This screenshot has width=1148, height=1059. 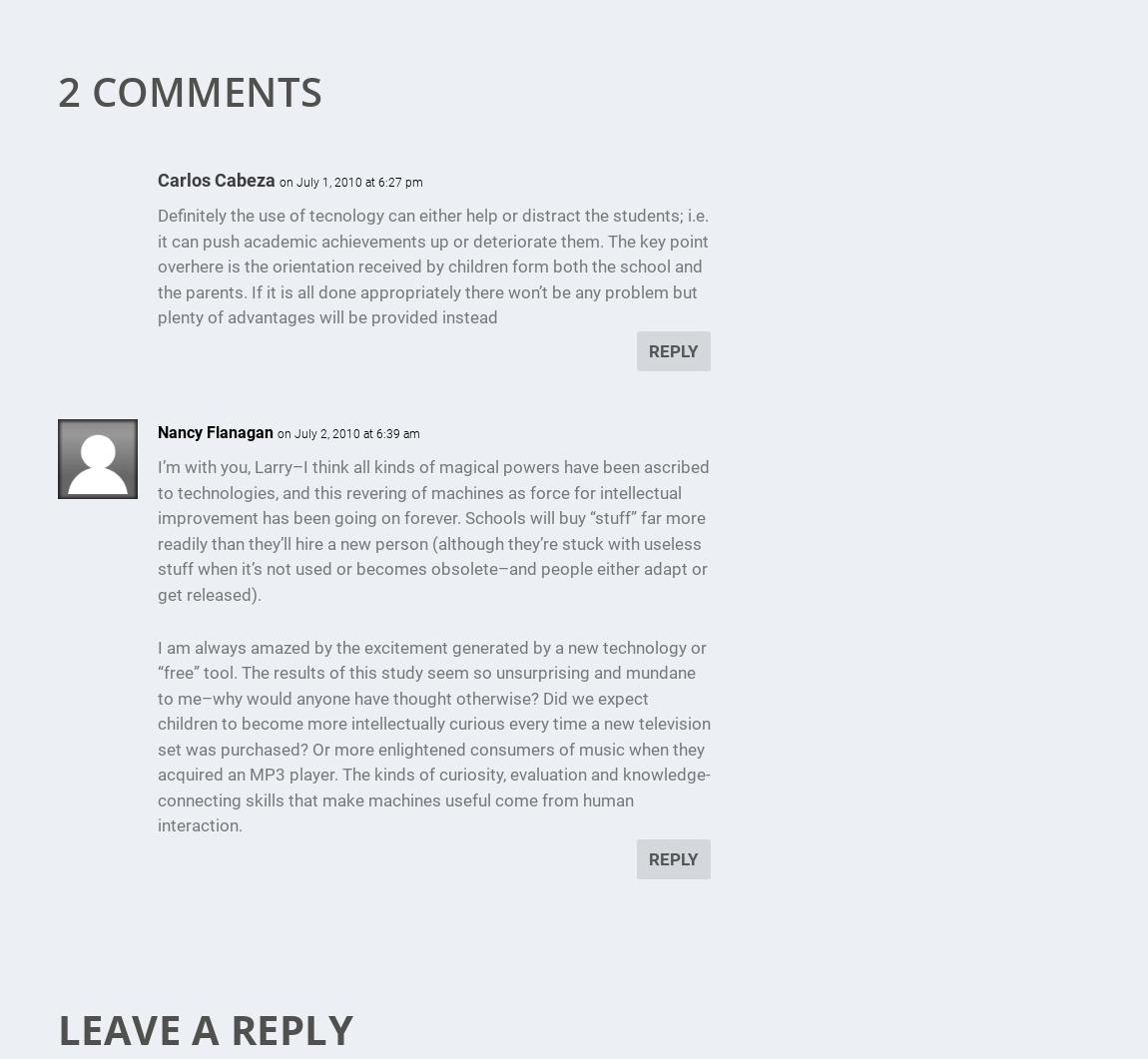 What do you see at coordinates (214, 432) in the screenshot?
I see `'Nancy Flanagan'` at bounding box center [214, 432].